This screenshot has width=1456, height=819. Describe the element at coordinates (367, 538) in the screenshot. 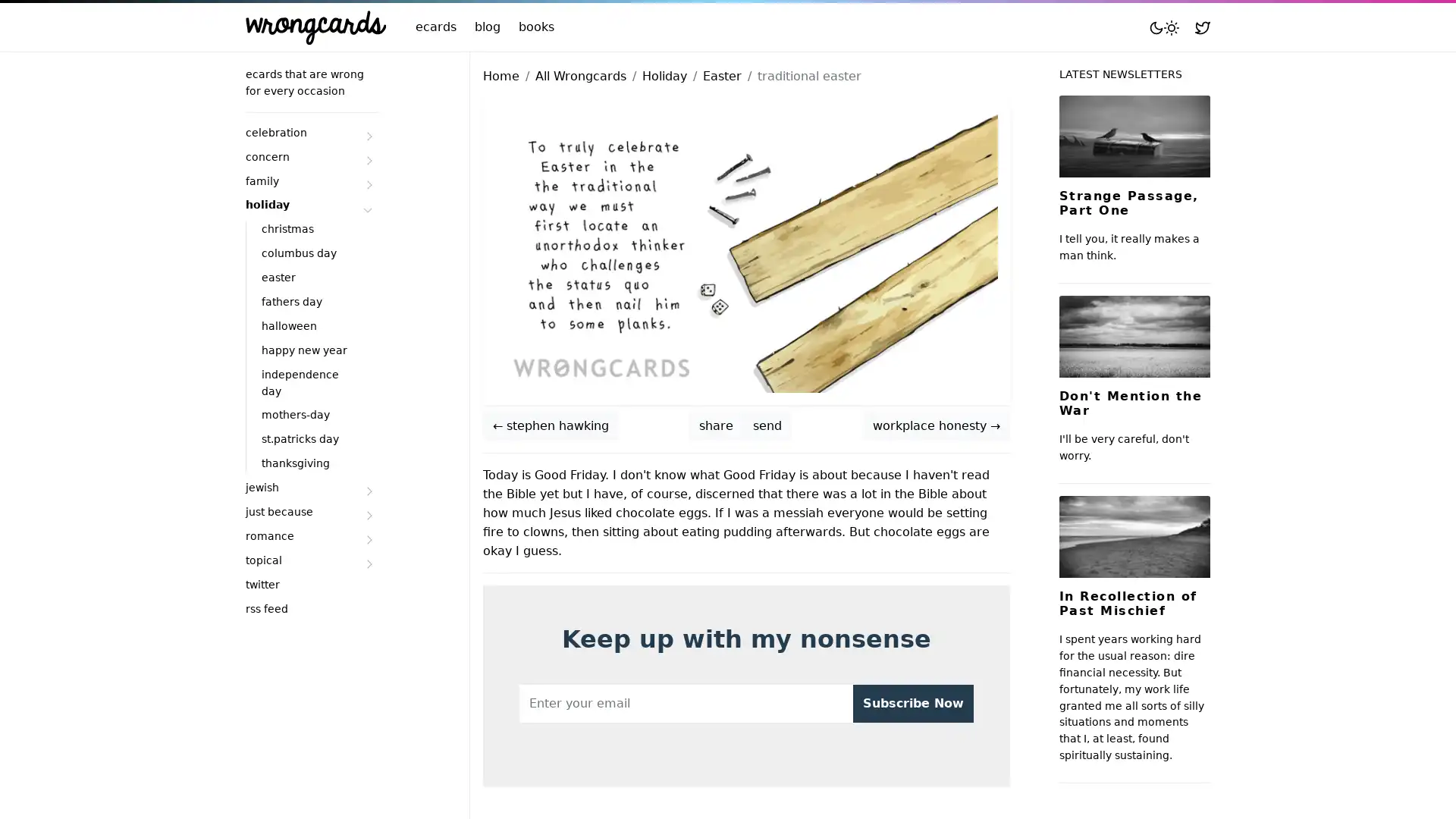

I see `Submenu` at that location.